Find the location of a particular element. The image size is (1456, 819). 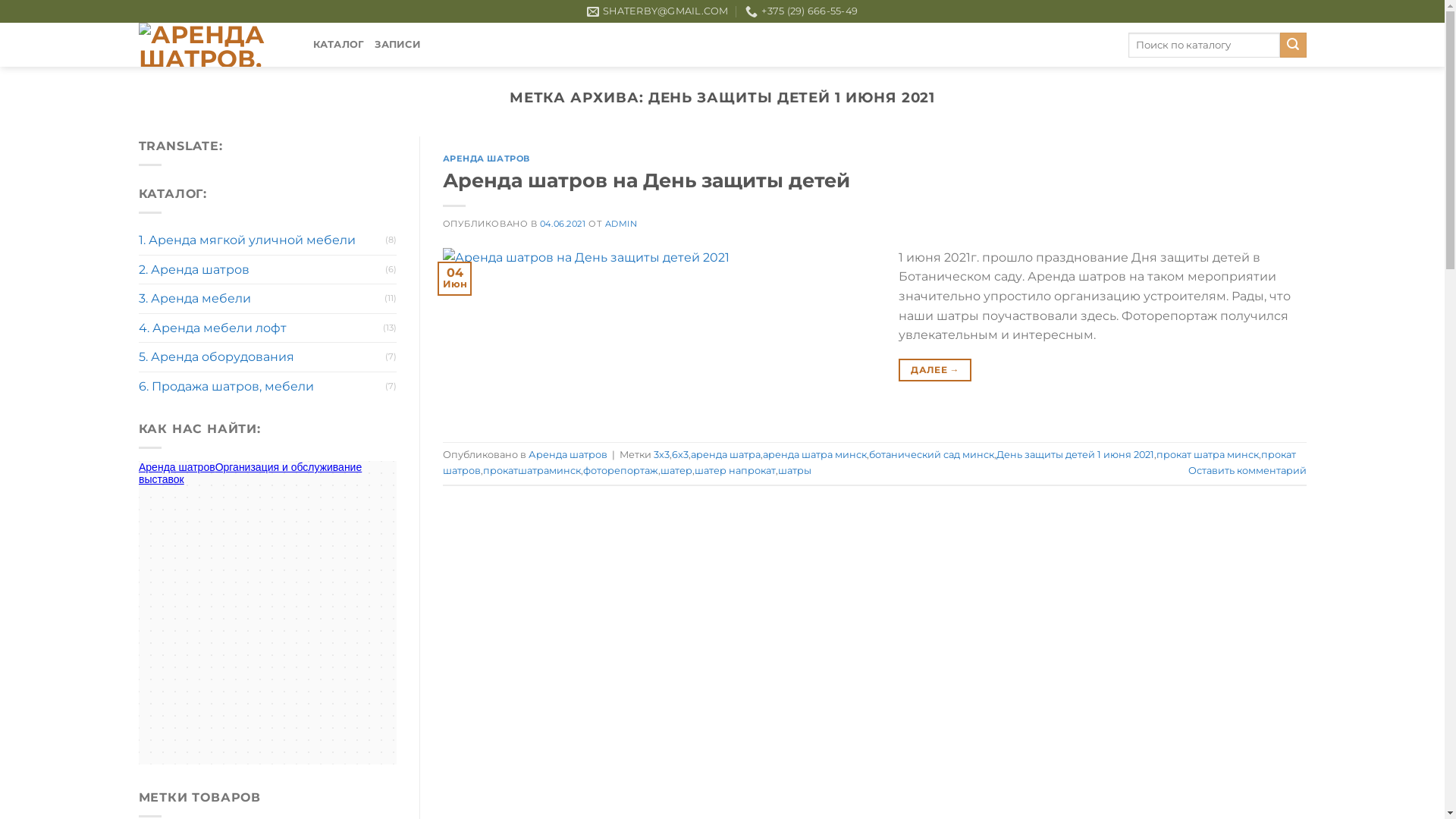

'SHATERBY@GMAIL.COM' is located at coordinates (657, 11).